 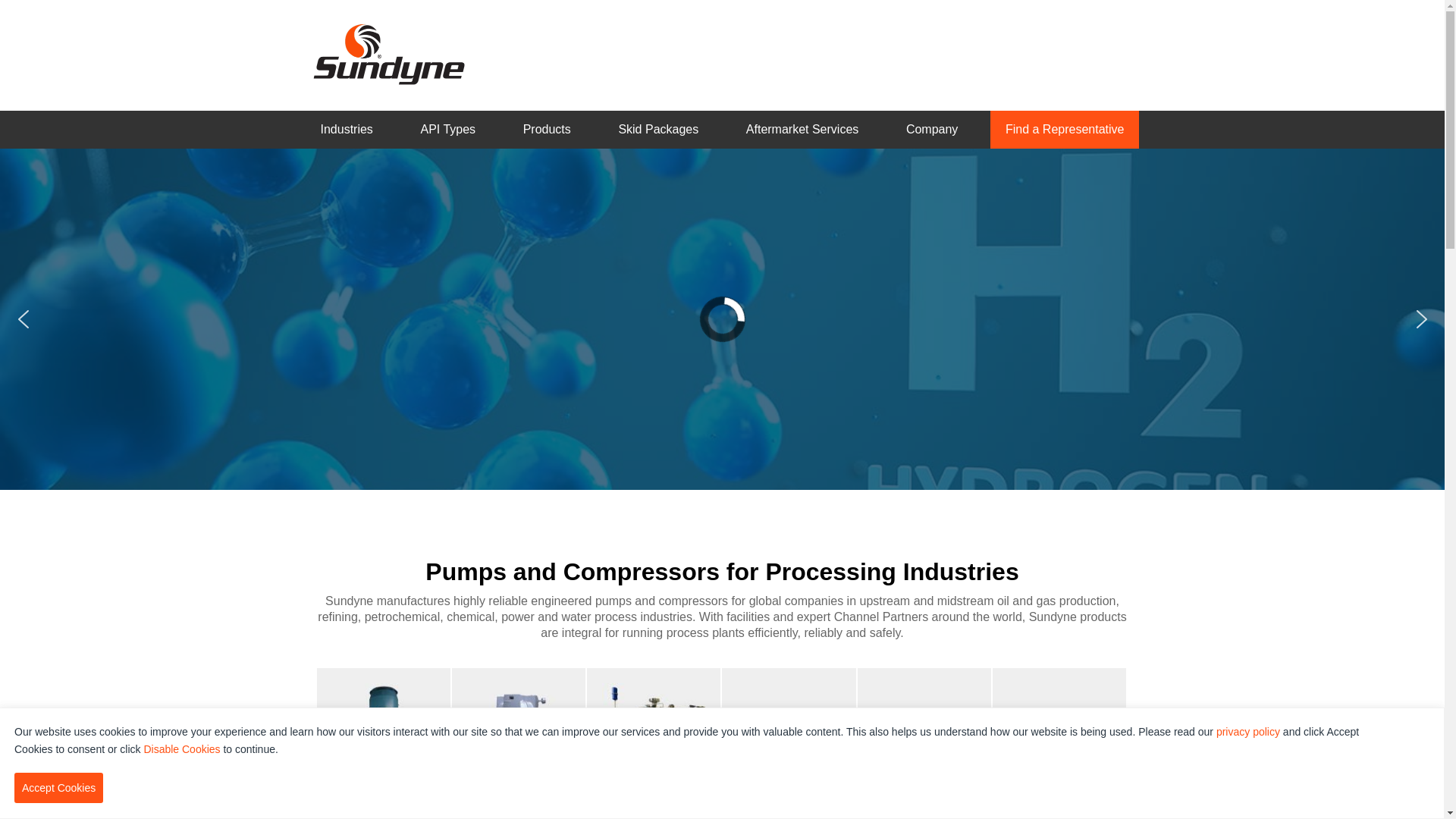 I want to click on 'Aftermarket Services', so click(x=801, y=129).